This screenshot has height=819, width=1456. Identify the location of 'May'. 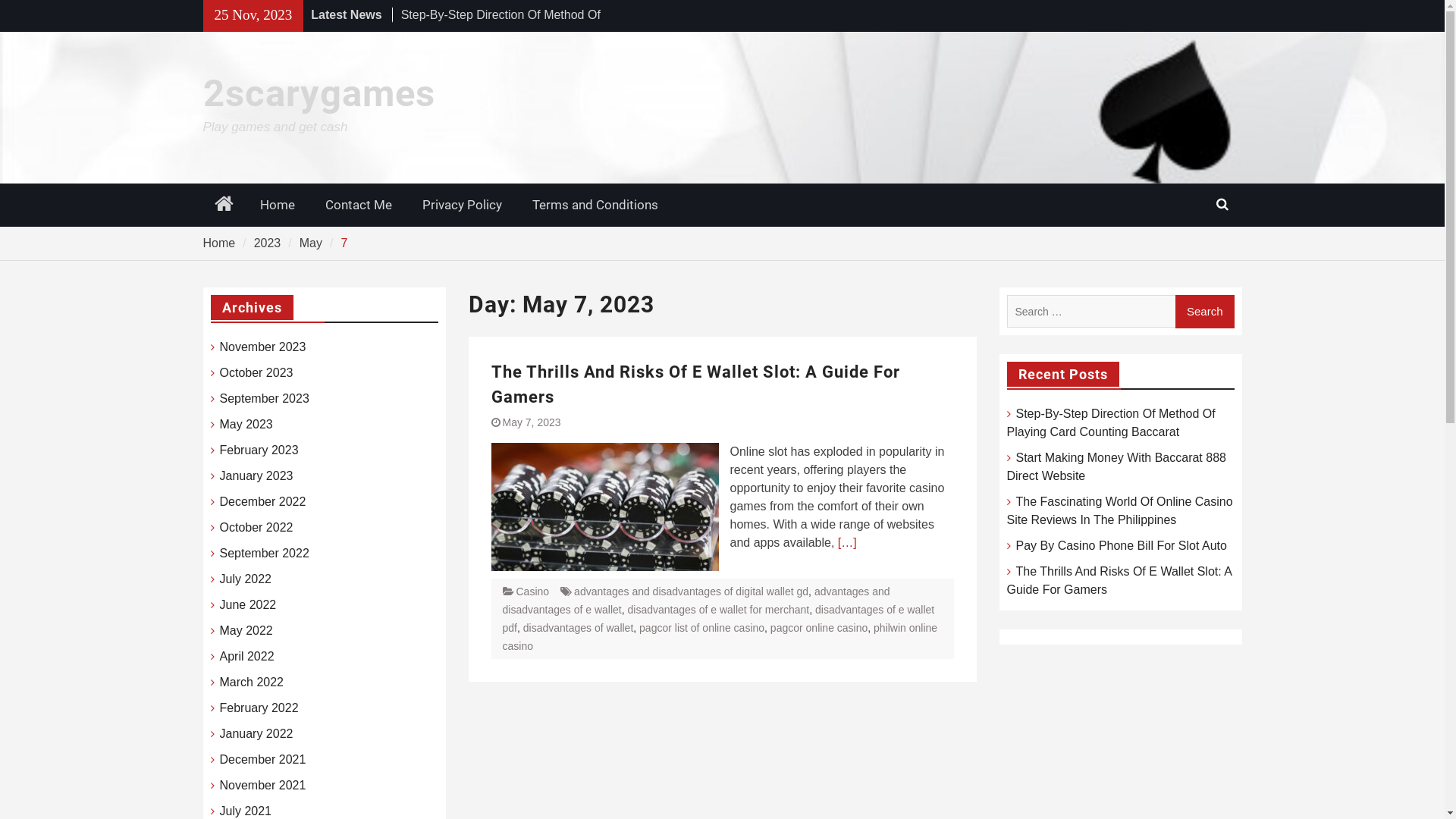
(309, 242).